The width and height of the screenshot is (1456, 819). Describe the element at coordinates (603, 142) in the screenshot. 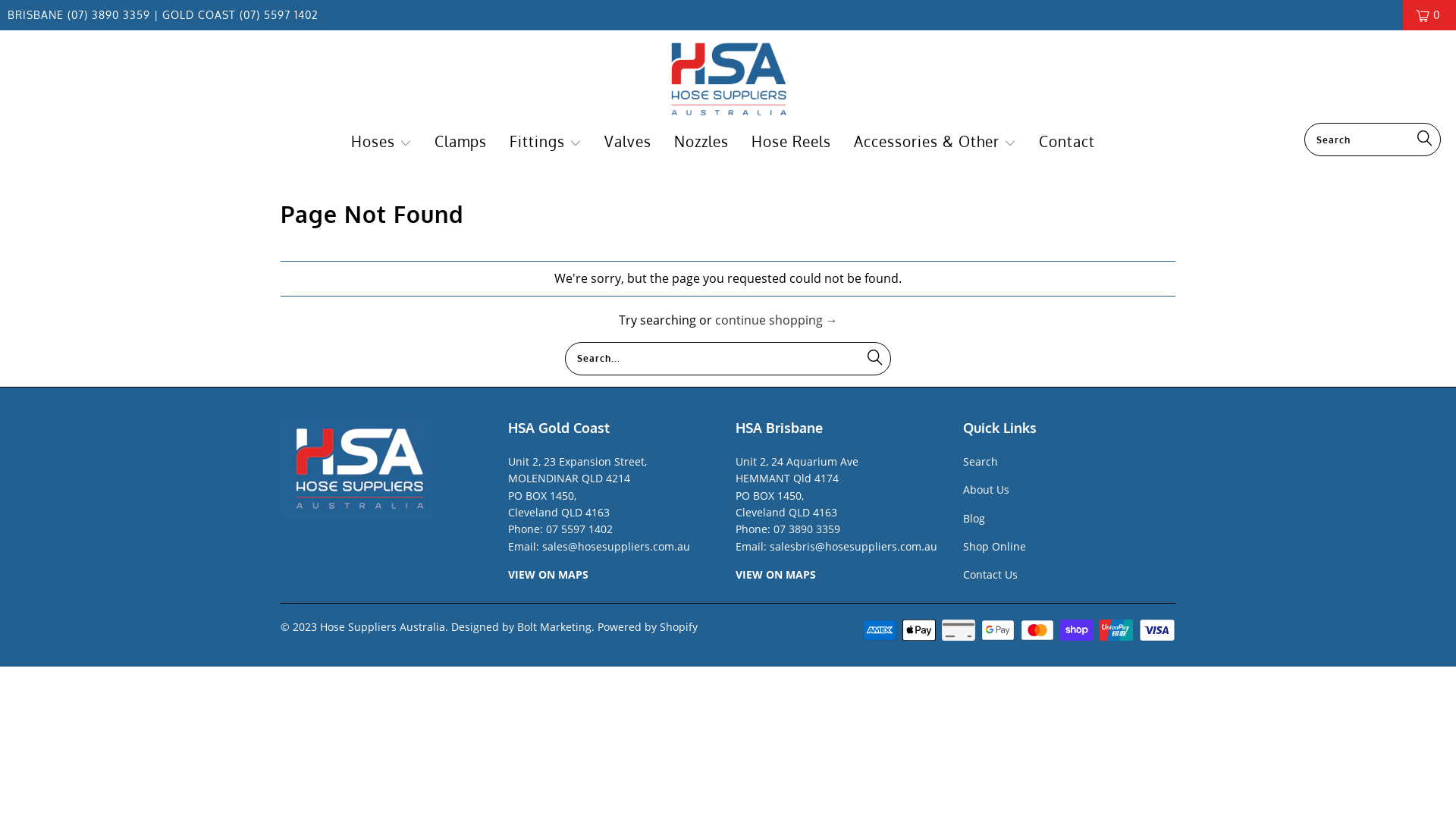

I see `'Valves'` at that location.